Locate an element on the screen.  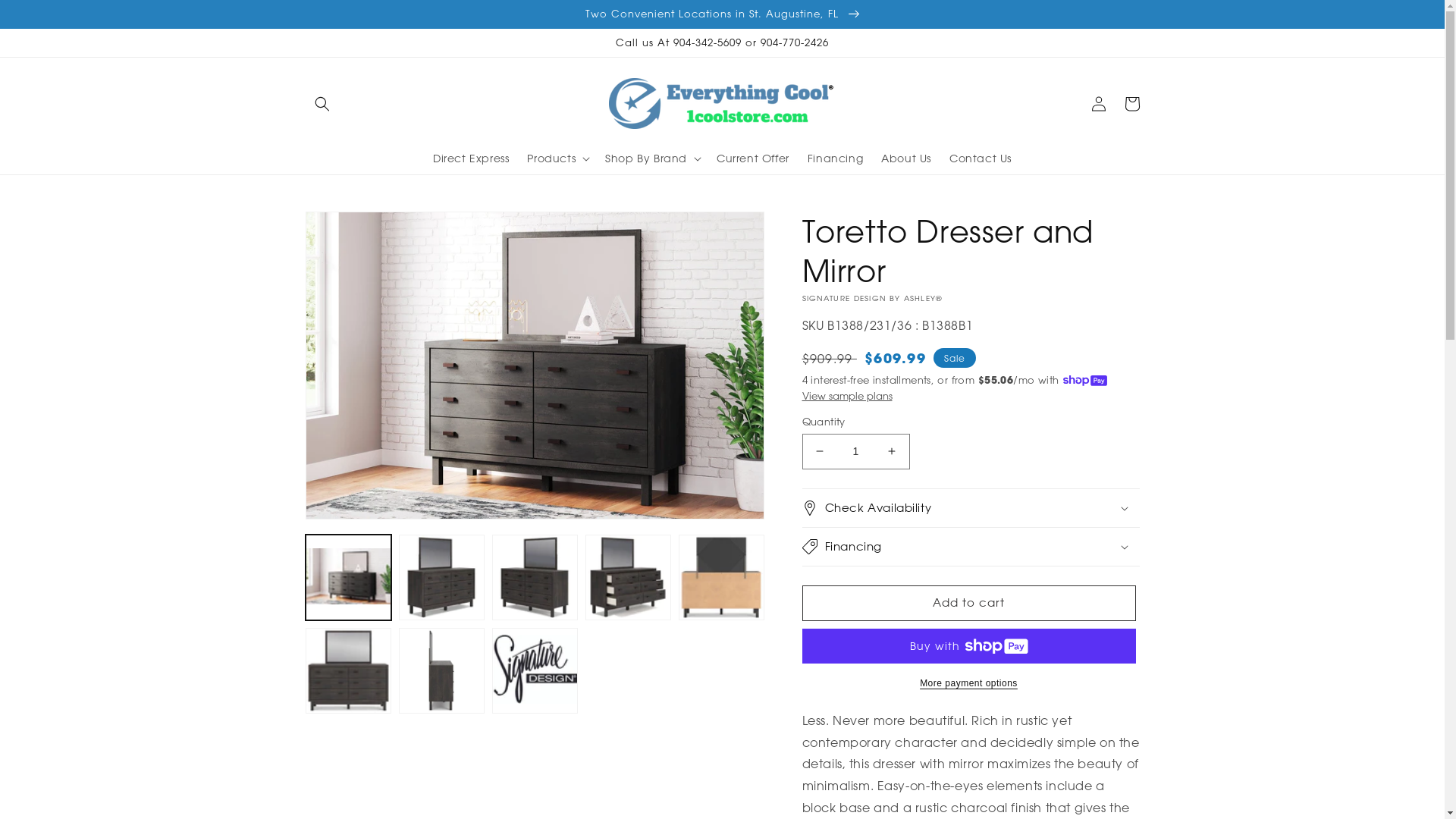
'Skip to product information' is located at coordinates (350, 228).